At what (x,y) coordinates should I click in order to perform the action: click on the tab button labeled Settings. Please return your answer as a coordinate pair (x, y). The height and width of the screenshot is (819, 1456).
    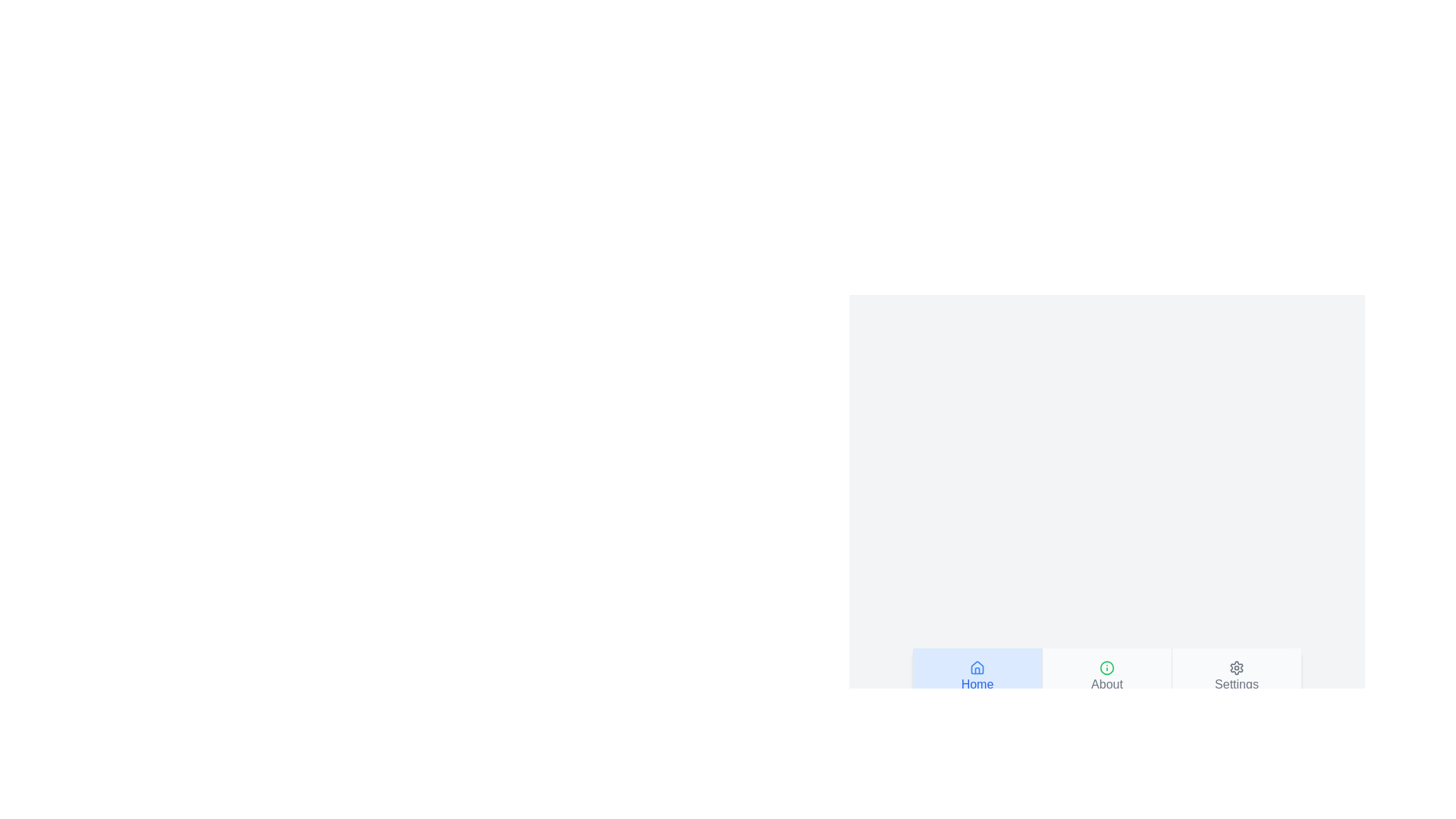
    Looking at the image, I should click on (1236, 676).